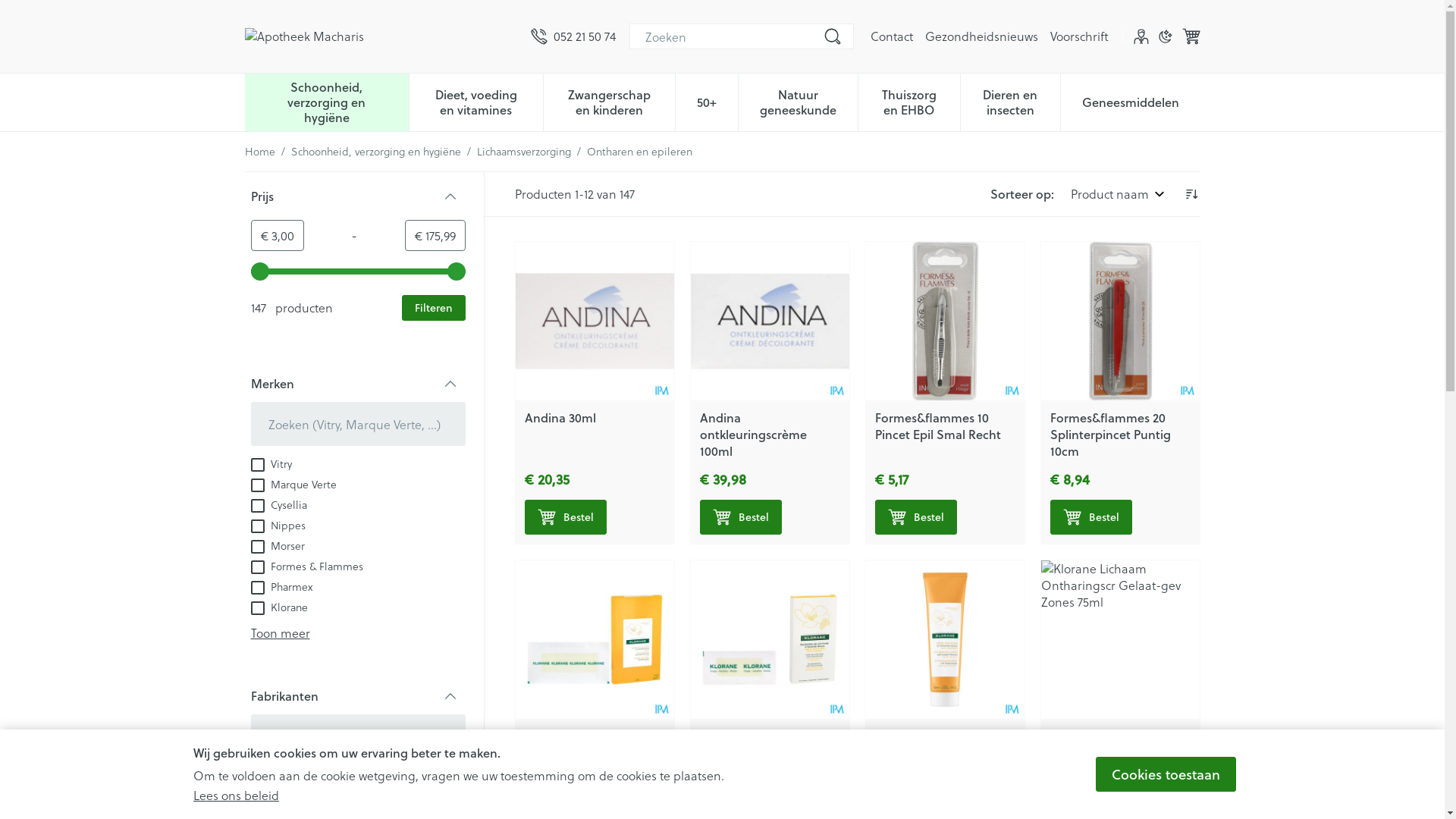 The width and height of the screenshot is (1456, 819). What do you see at coordinates (609, 100) in the screenshot?
I see `'Zwangerschap en kinderen'` at bounding box center [609, 100].